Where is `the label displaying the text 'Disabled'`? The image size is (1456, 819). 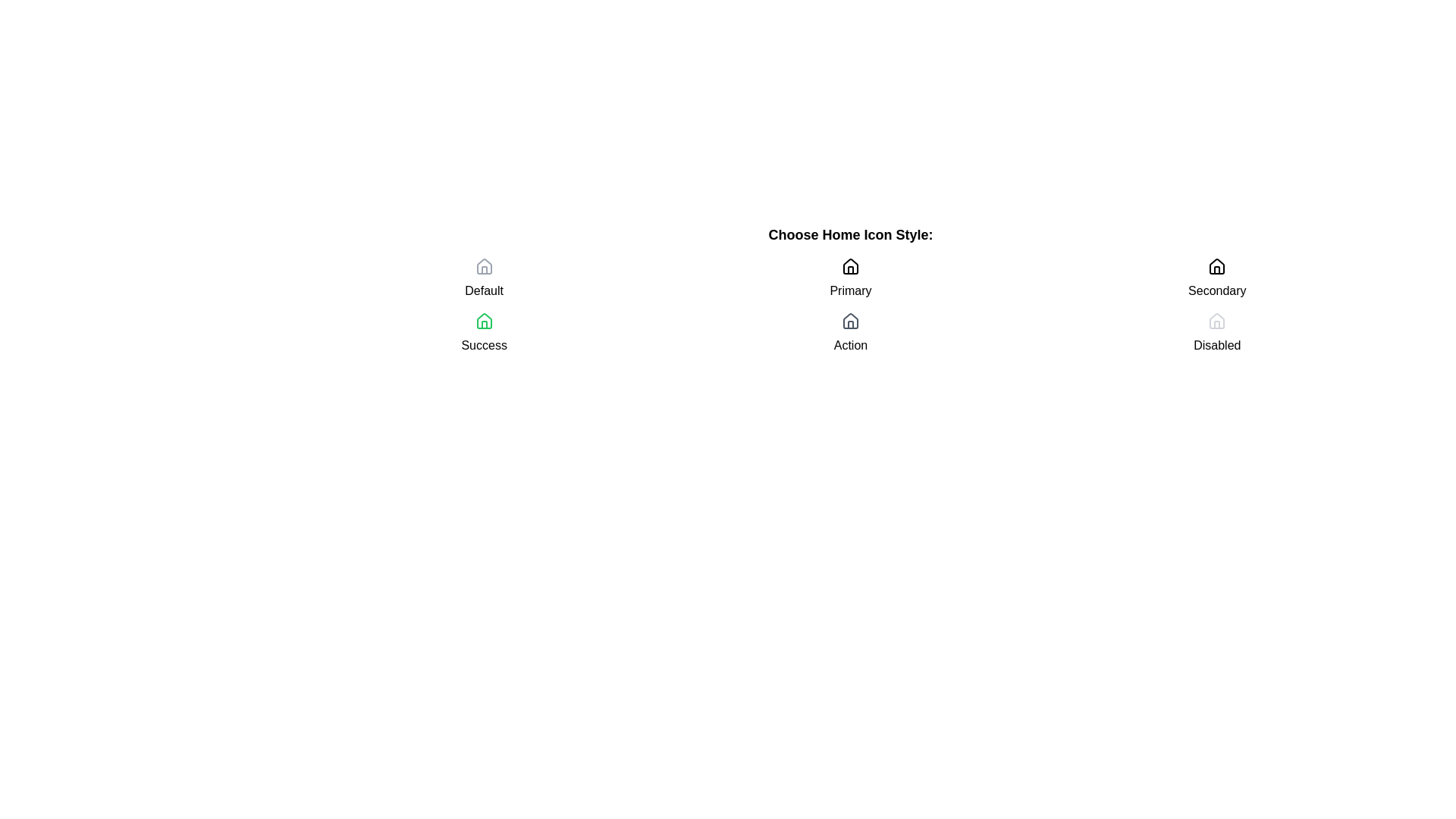
the label displaying the text 'Disabled' is located at coordinates (1217, 345).